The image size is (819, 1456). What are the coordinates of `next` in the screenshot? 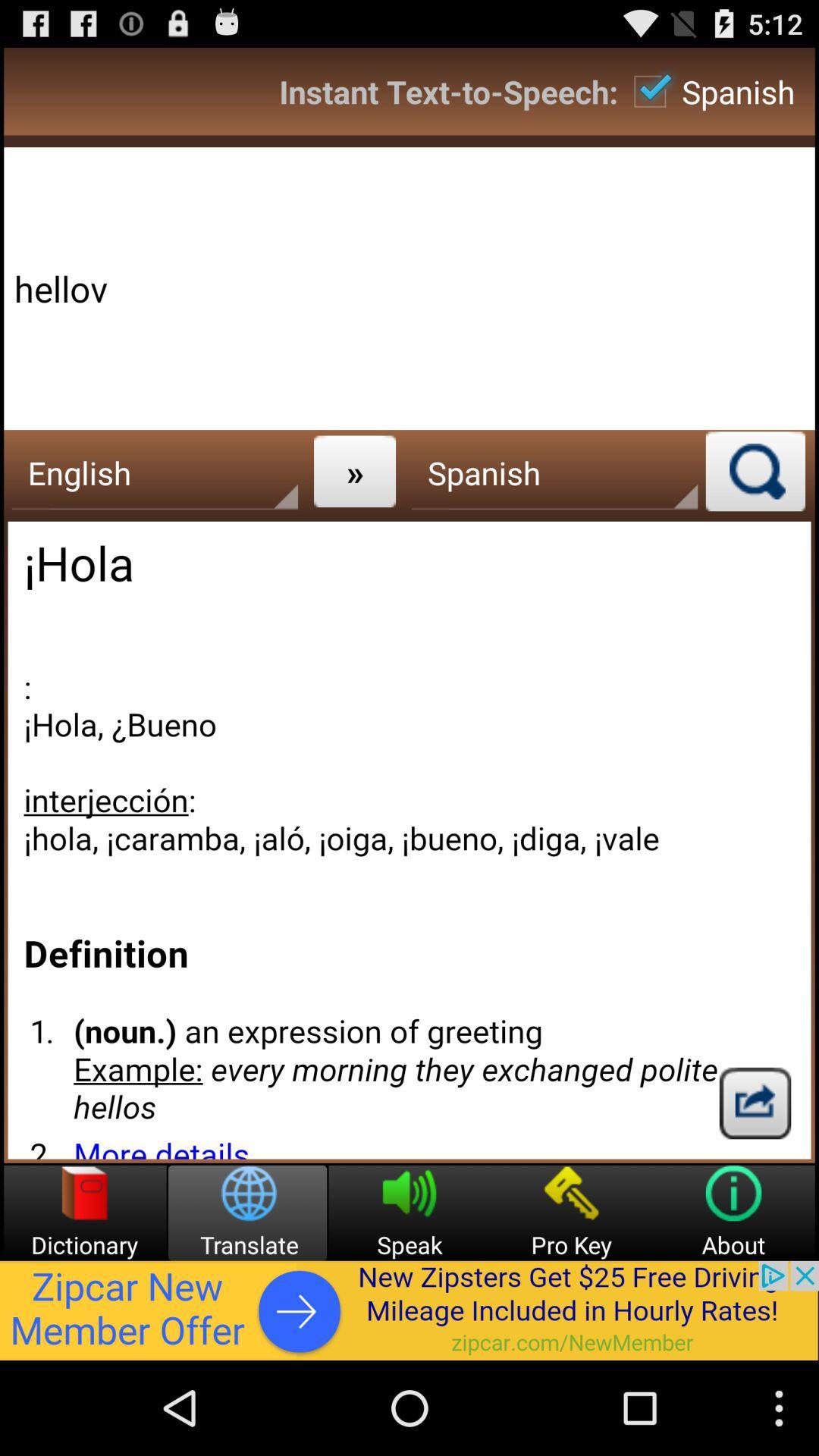 It's located at (755, 1103).